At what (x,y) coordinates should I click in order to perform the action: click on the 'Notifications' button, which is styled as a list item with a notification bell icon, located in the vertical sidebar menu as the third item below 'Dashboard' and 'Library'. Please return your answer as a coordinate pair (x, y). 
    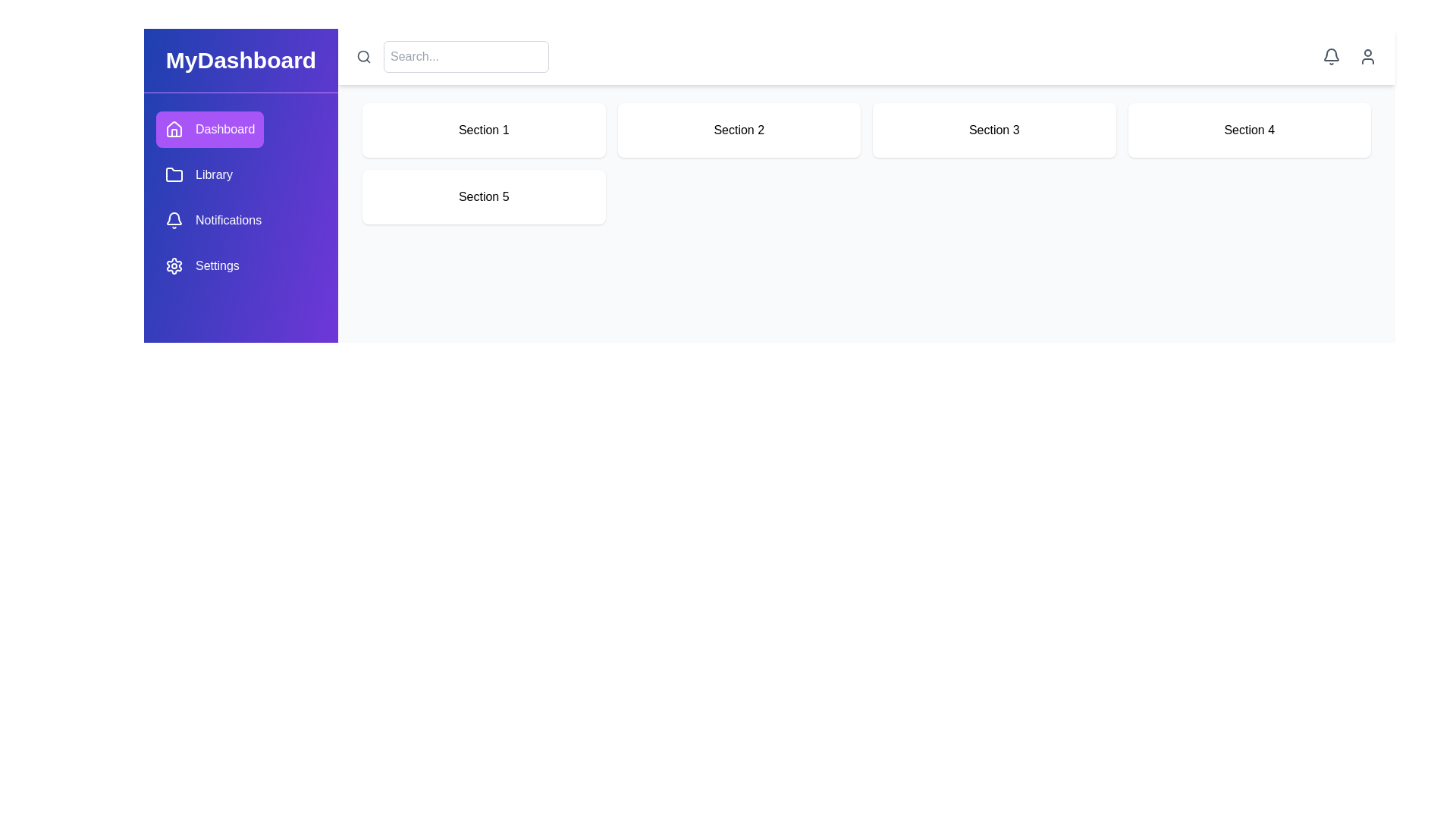
    Looking at the image, I should click on (212, 220).